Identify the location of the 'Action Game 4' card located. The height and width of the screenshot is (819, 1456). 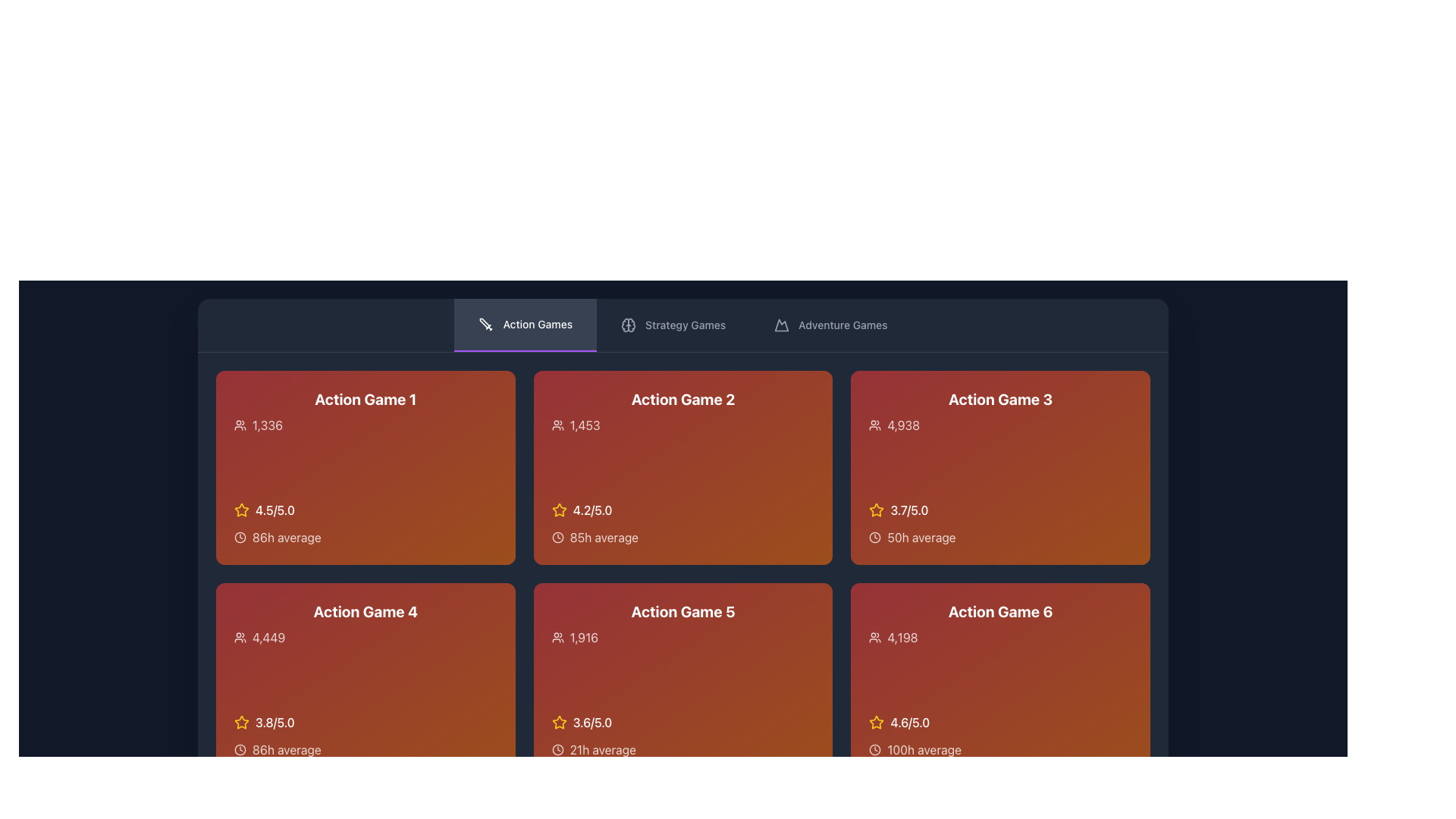
(366, 679).